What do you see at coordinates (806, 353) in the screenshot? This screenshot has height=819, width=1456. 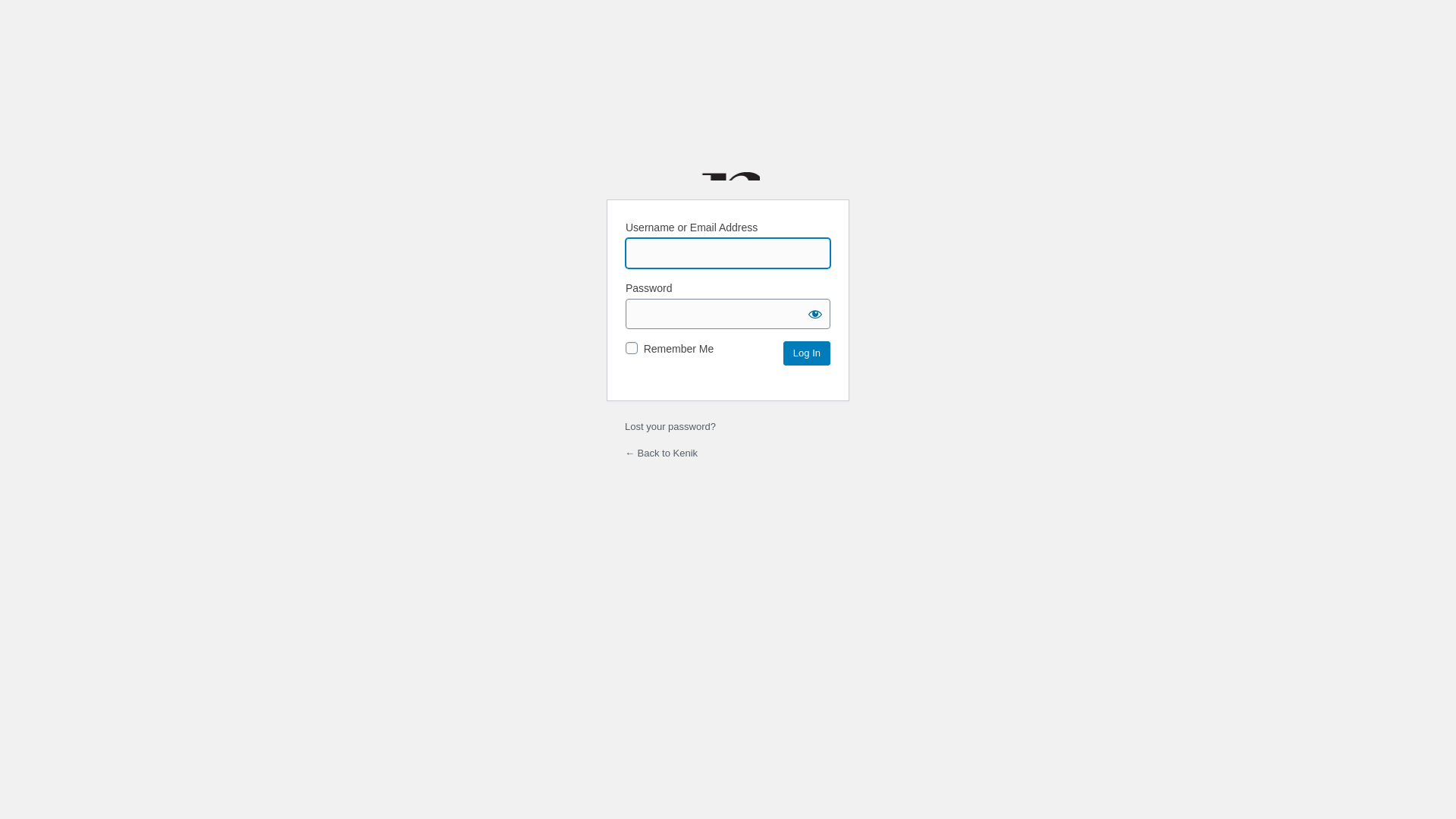 I see `'Log In'` at bounding box center [806, 353].